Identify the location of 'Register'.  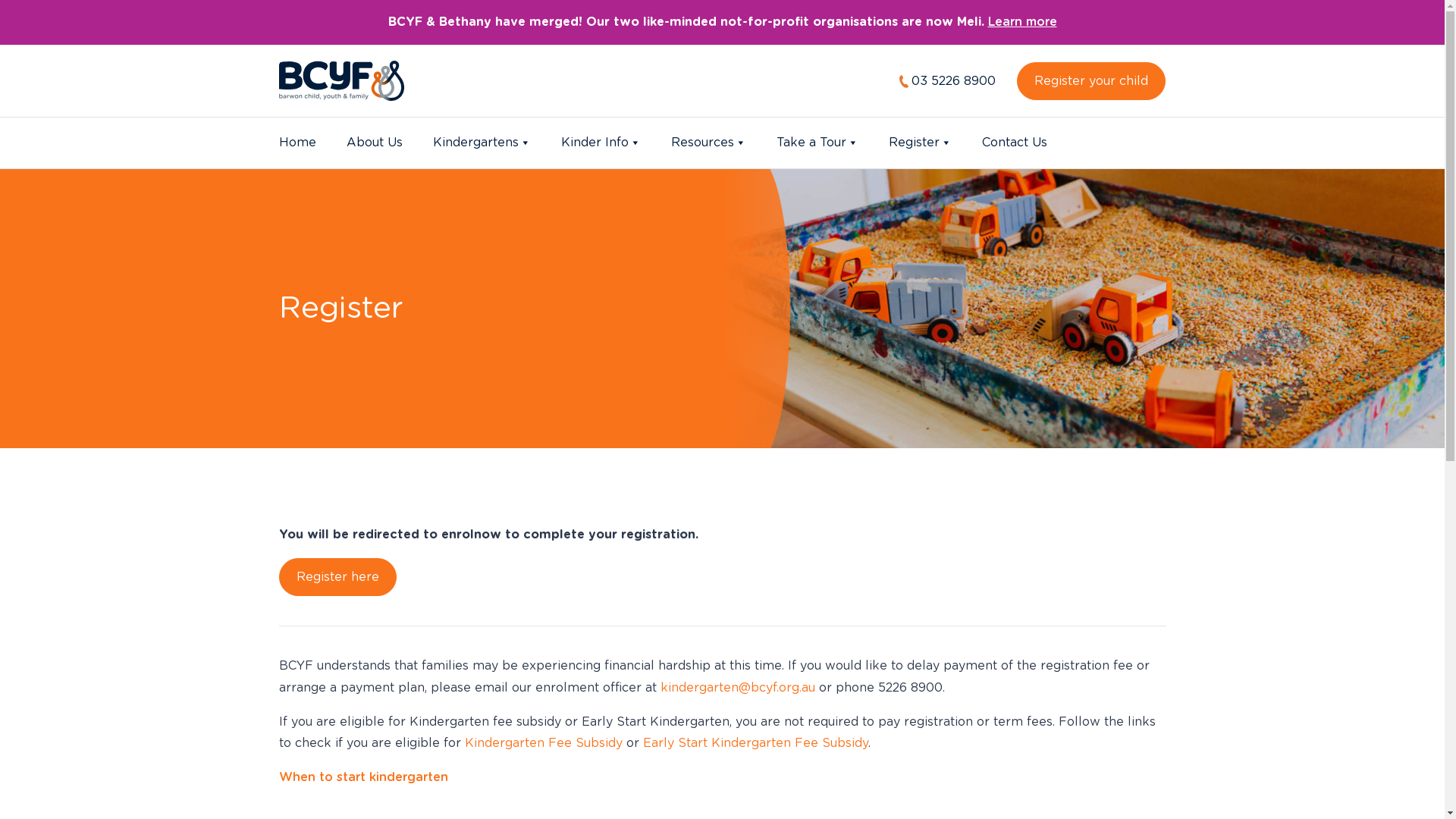
(919, 143).